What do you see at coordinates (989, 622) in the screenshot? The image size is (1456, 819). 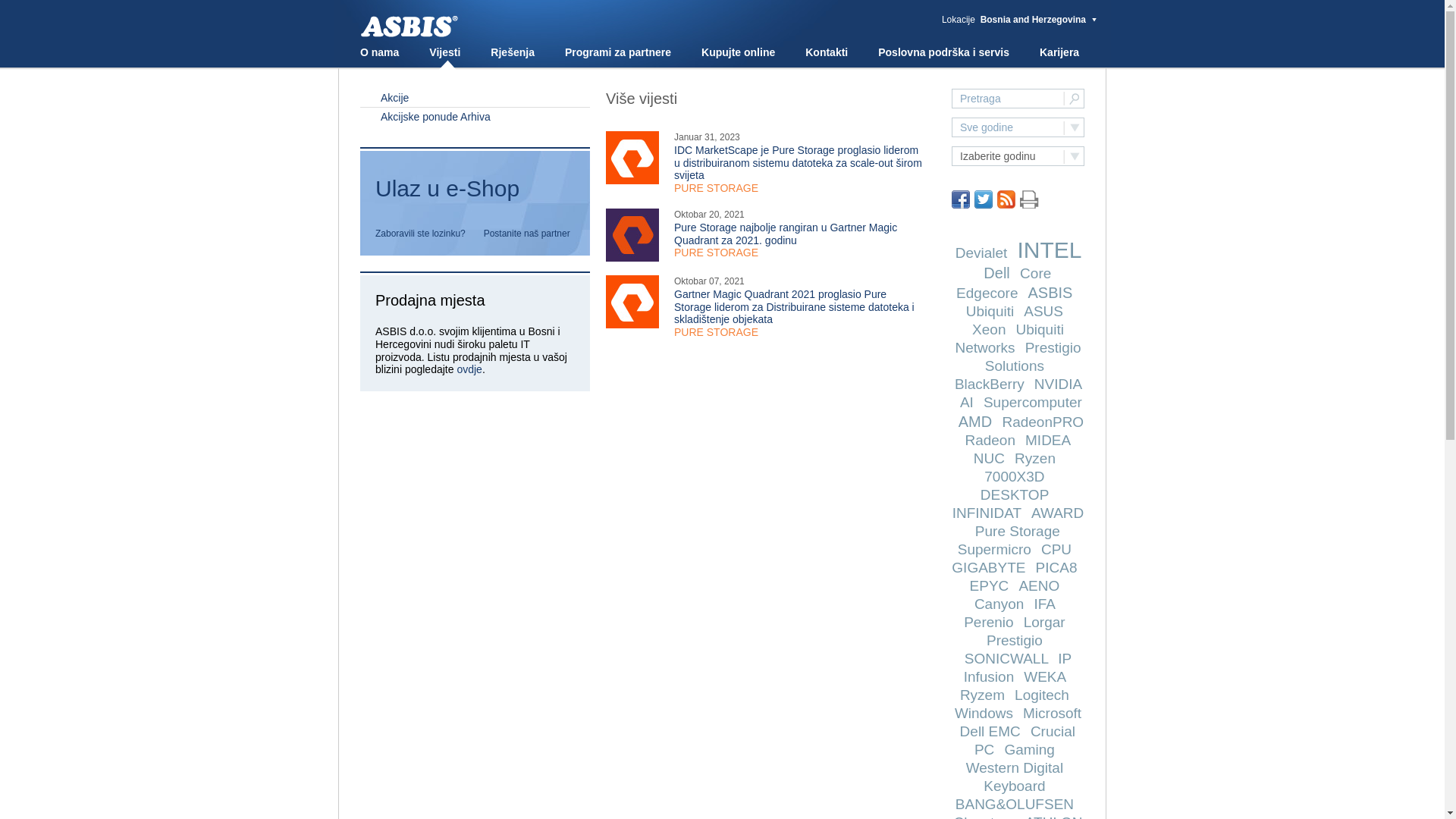 I see `'Perenio'` at bounding box center [989, 622].